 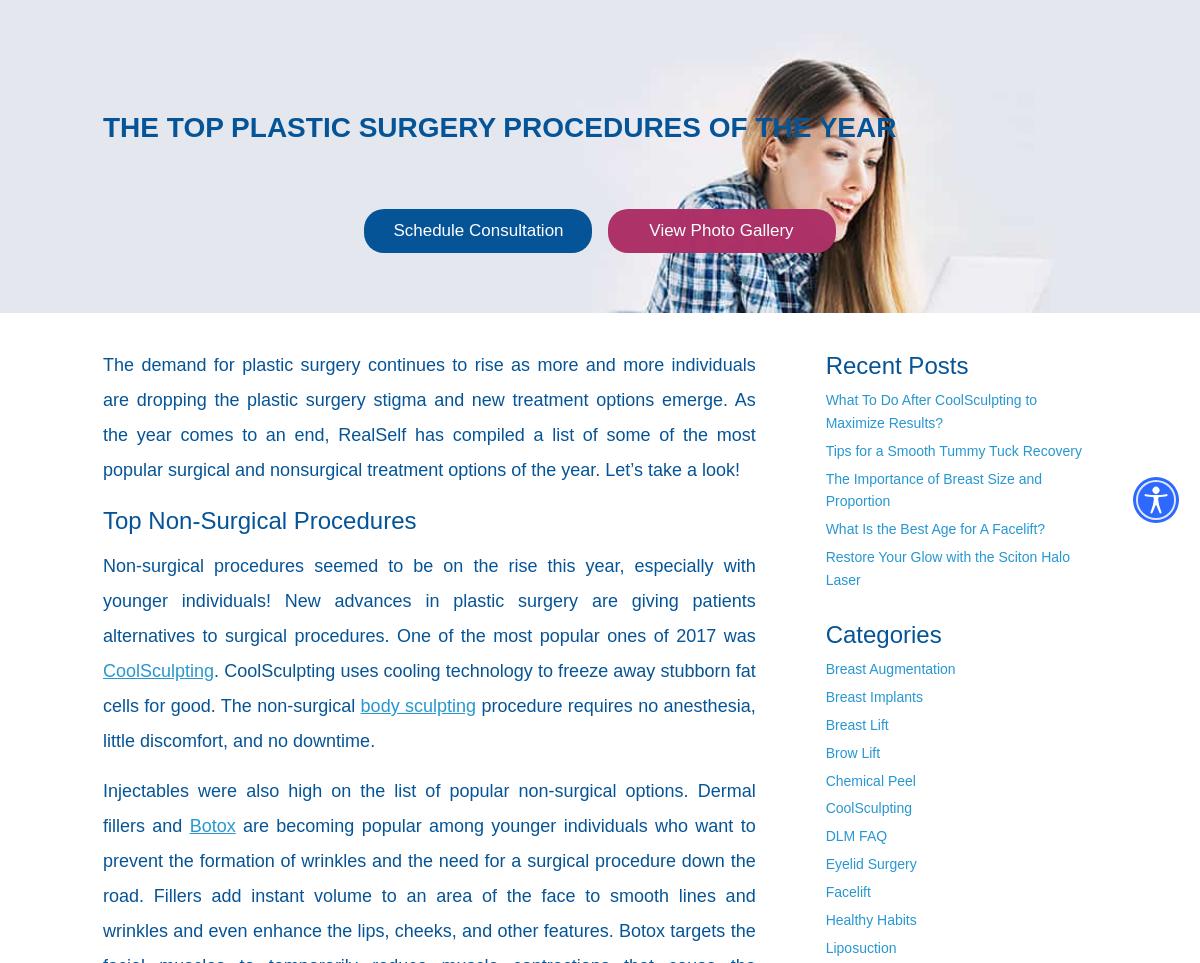 I want to click on 'About', so click(x=287, y=17).